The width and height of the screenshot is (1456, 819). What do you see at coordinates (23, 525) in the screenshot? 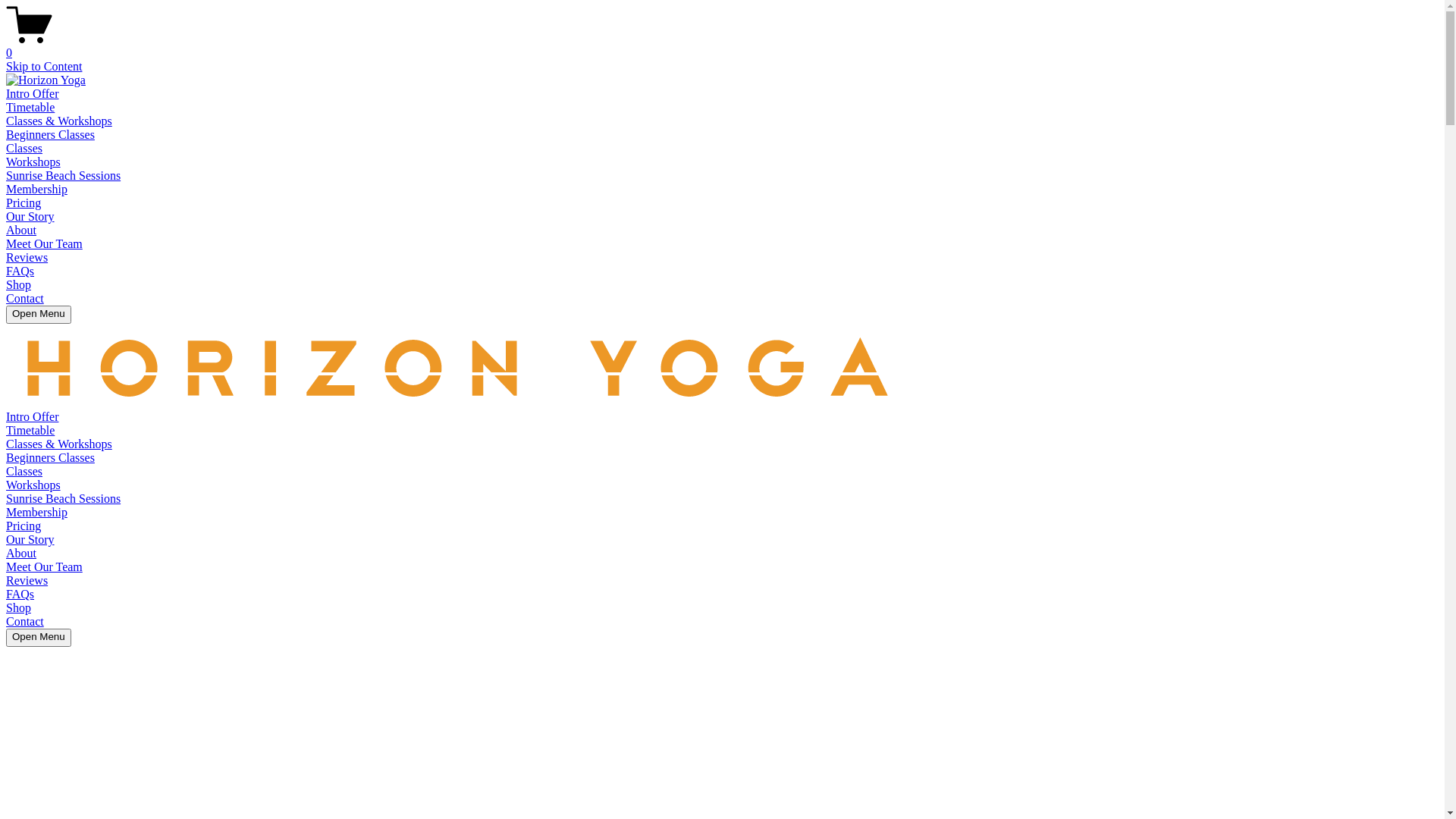
I see `'Pricing'` at bounding box center [23, 525].